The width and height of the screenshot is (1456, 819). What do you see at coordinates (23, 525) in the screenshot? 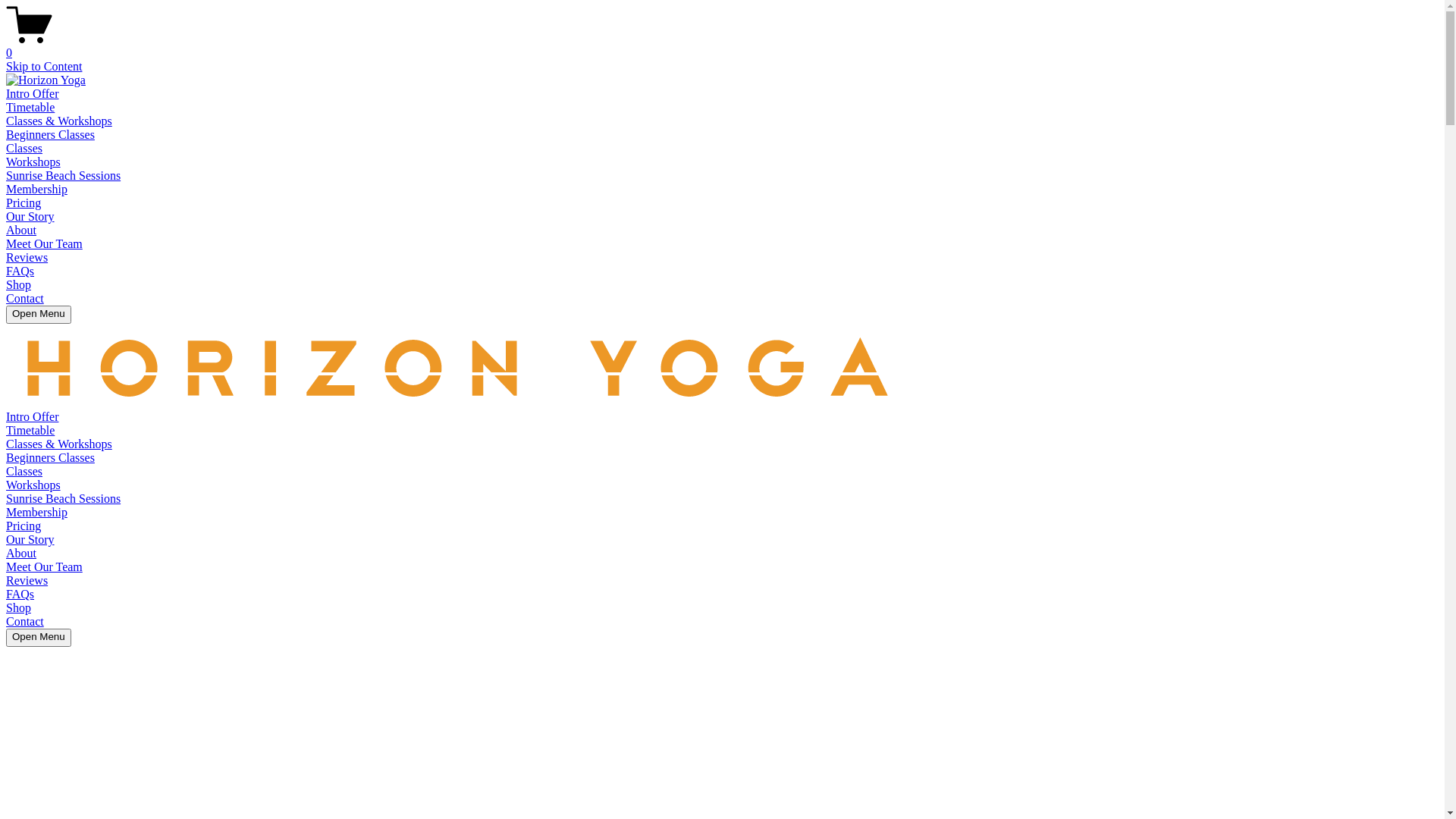
I see `'Pricing'` at bounding box center [23, 525].